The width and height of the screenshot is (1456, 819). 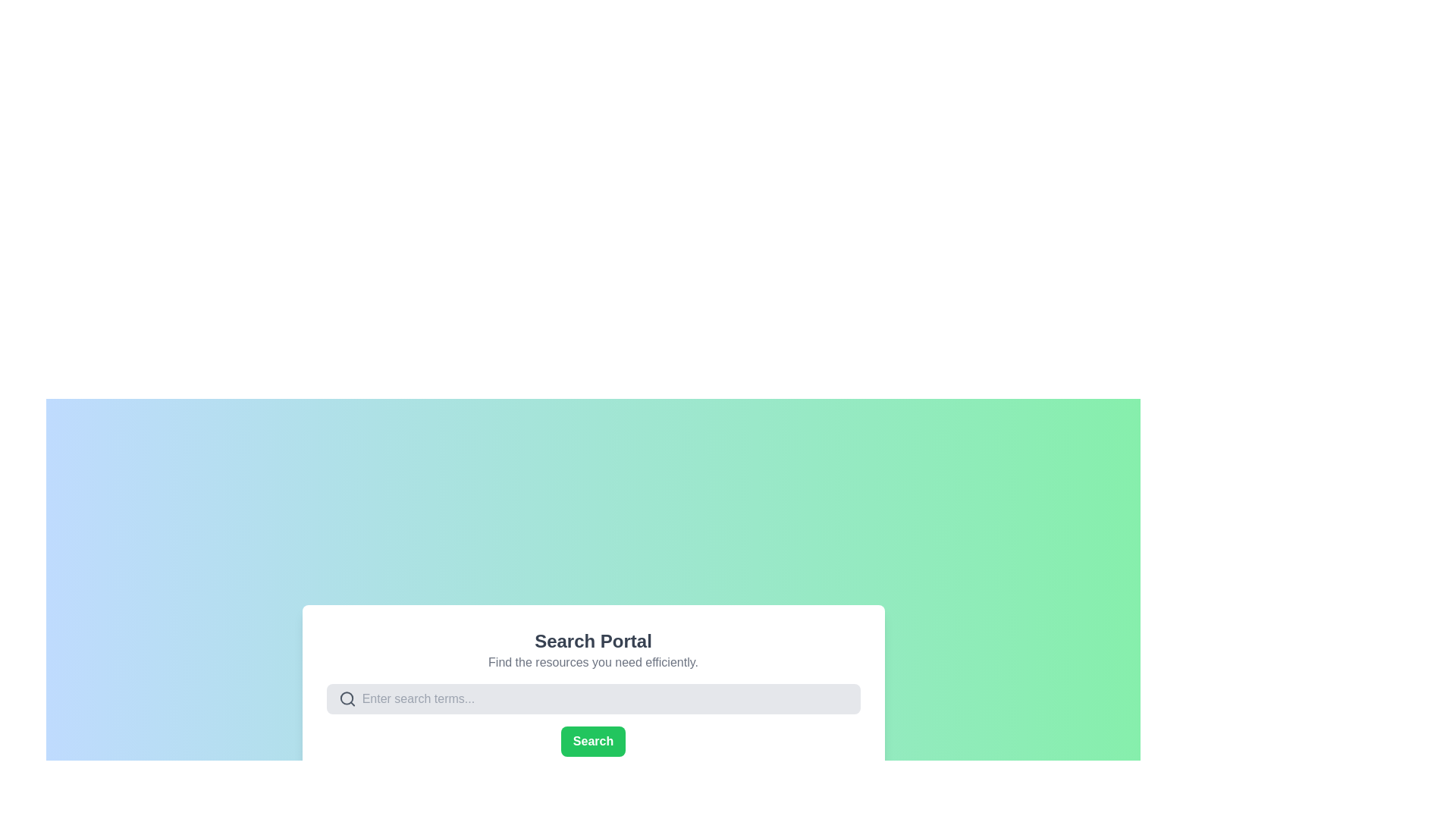 I want to click on the text element that reads 'Find the resources you need efficiently.', which is styled in a smaller, gray-colored font and positioned below the title 'Search Portal' within a white, shadowed card interface, so click(x=592, y=662).